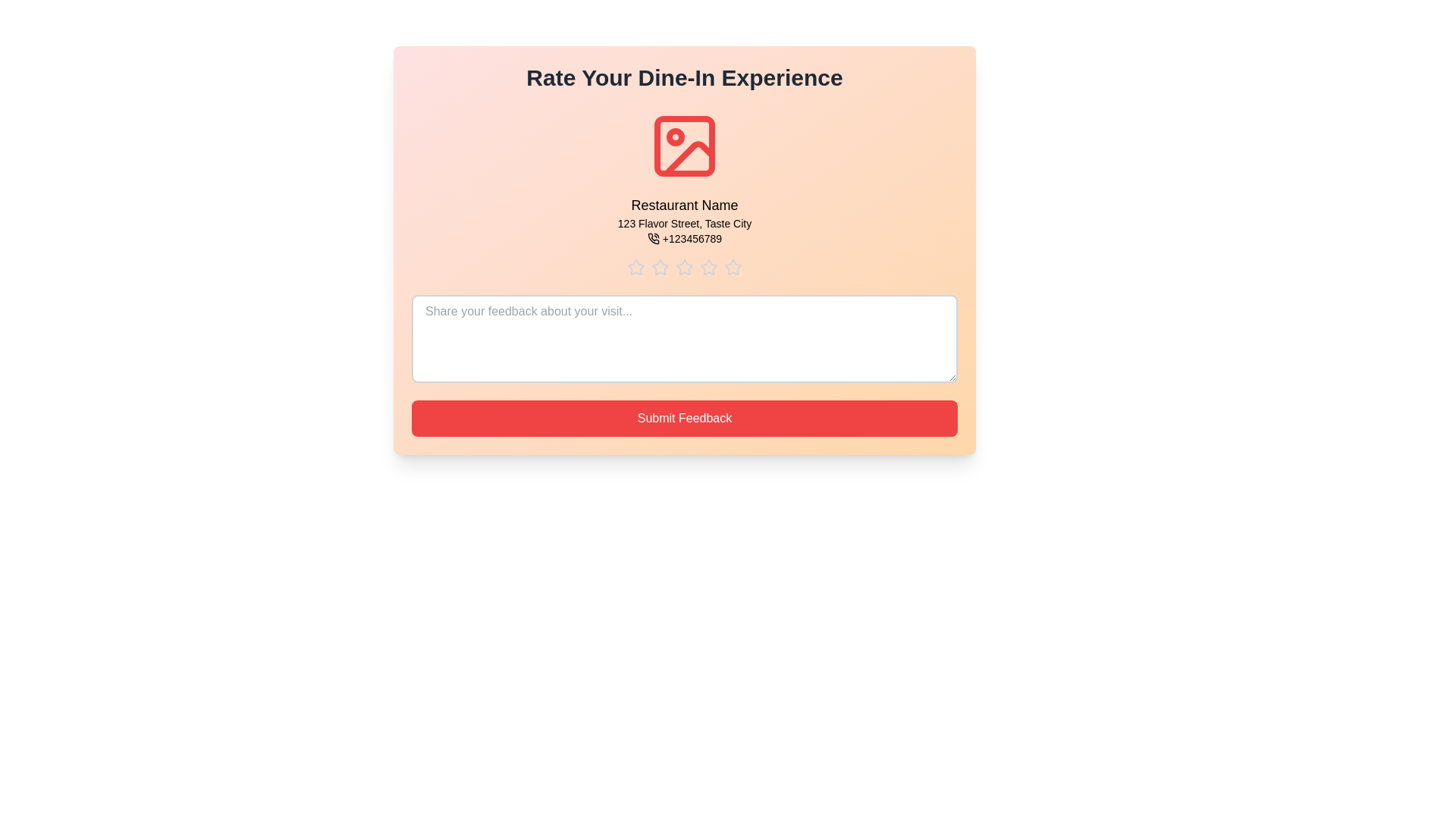  Describe the element at coordinates (683, 338) in the screenshot. I see `the text area and type the feedback text` at that location.